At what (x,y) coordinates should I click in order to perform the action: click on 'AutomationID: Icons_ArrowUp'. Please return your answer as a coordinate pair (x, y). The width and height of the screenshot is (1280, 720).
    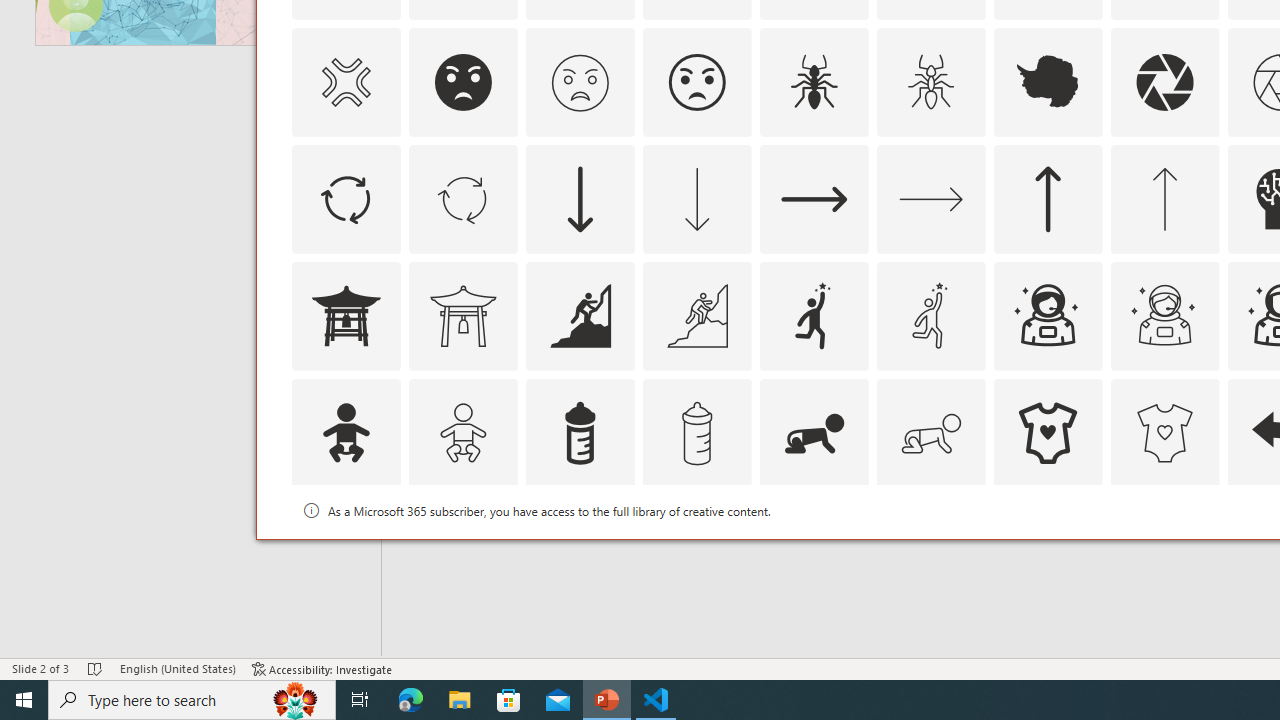
    Looking at the image, I should click on (1047, 198).